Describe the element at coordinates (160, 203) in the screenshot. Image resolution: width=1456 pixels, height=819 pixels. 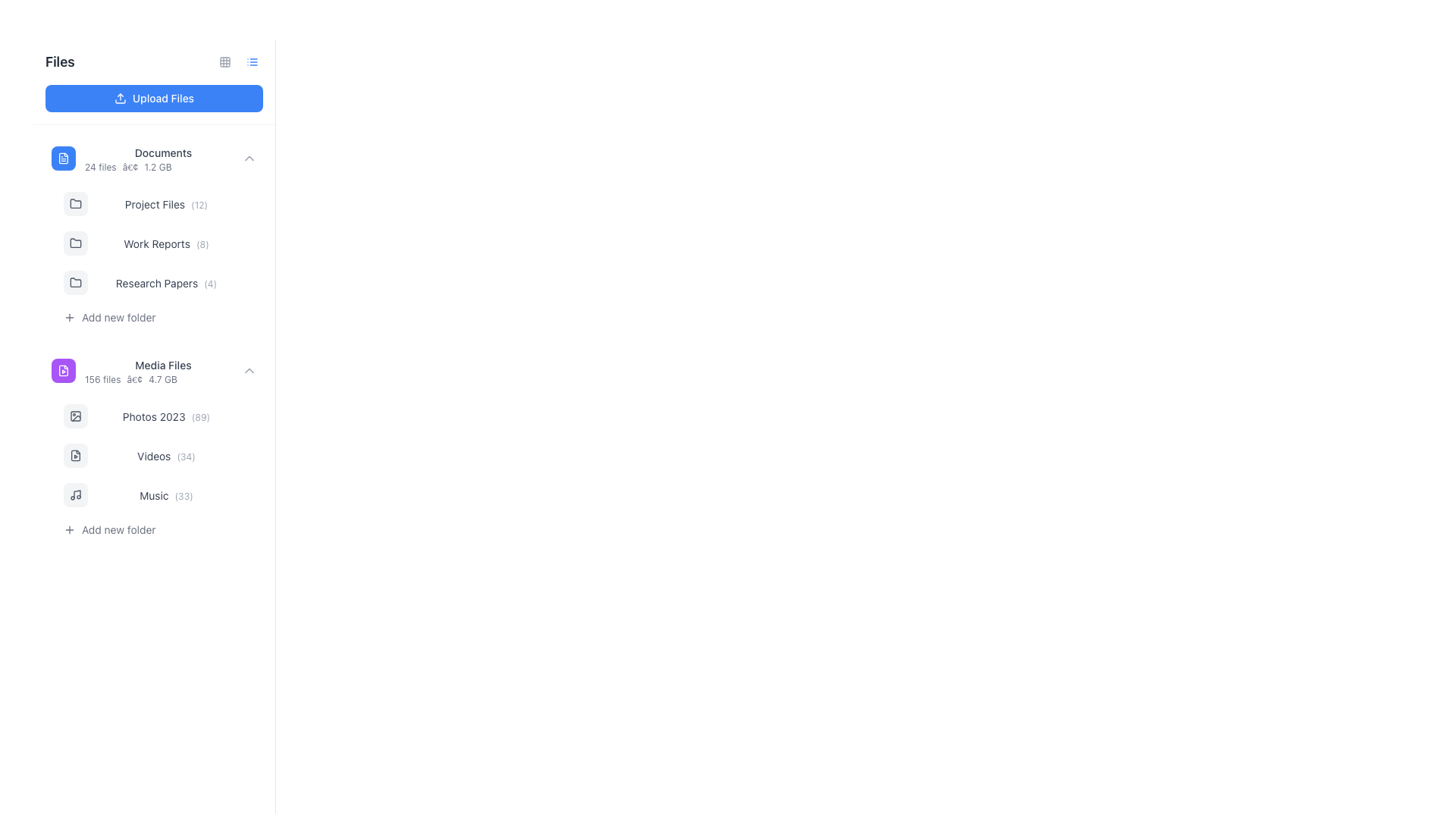
I see `the 'Project Files' folder in the navigation list` at that location.